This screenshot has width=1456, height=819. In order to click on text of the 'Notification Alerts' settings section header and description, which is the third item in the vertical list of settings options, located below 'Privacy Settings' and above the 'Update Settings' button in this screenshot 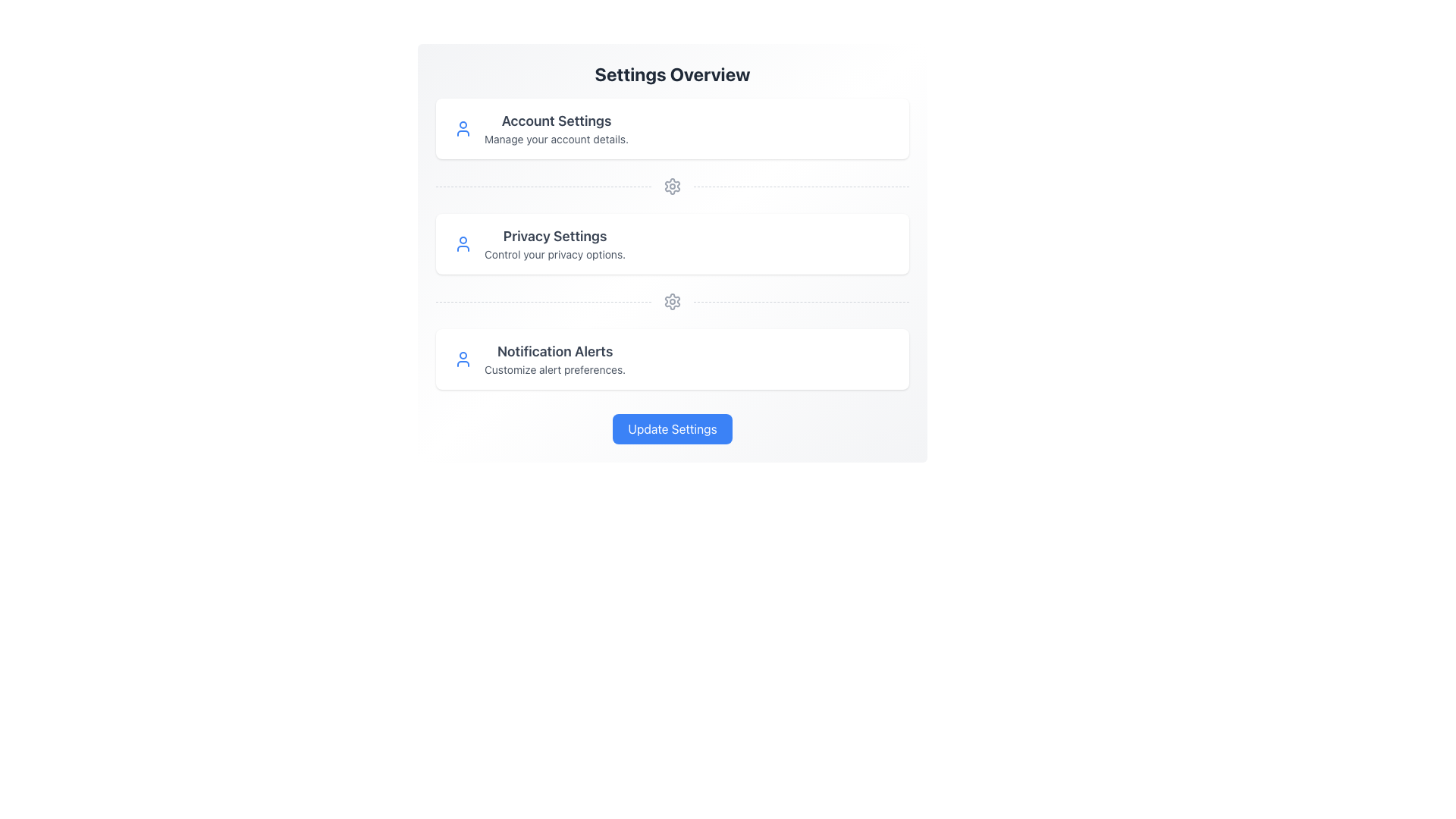, I will do `click(554, 359)`.